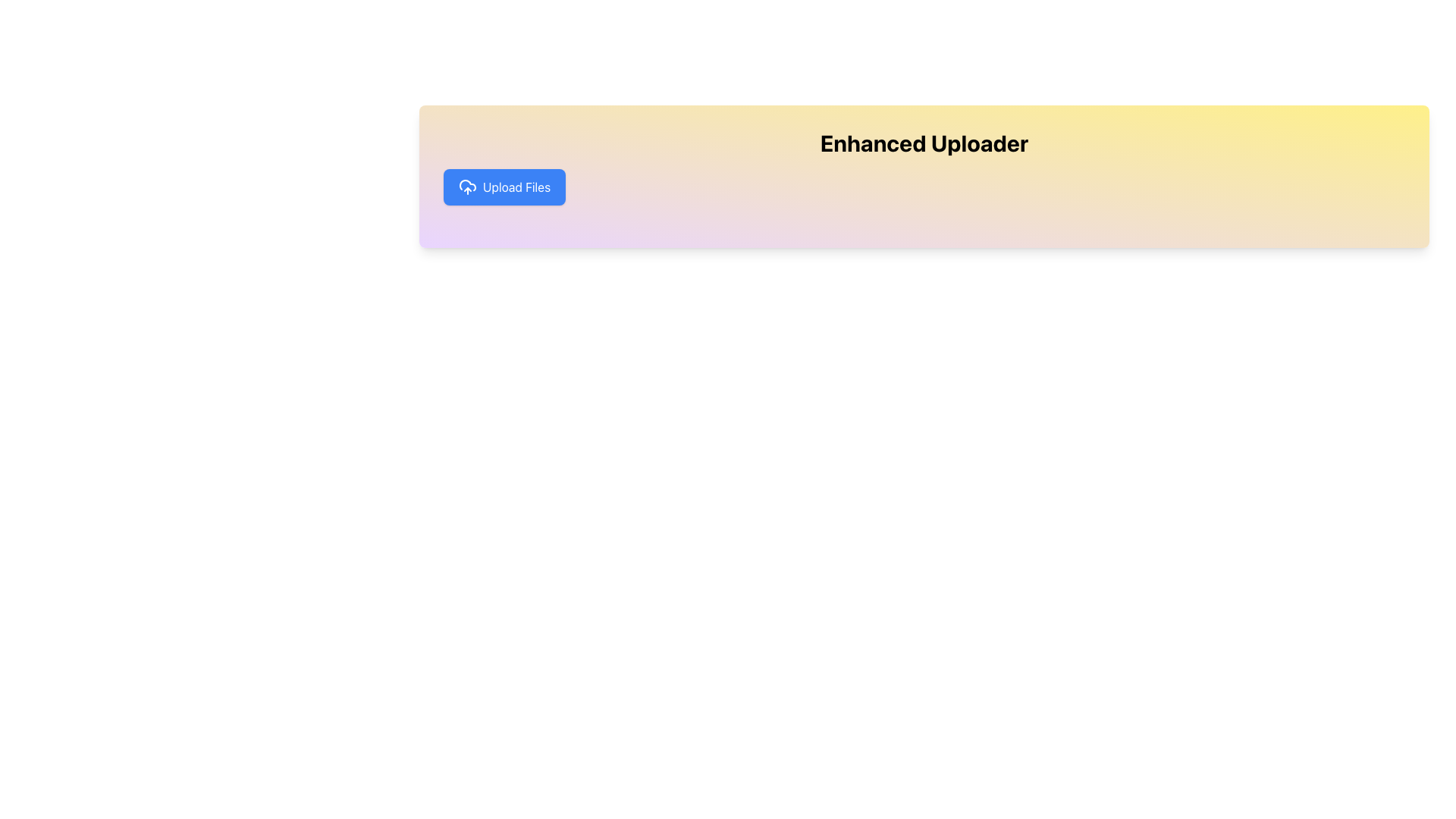 Image resolution: width=1456 pixels, height=819 pixels. I want to click on the "Upload Files" button, which is a prominent rectangular button with rounded corners and a vibrant blue background, located slightly below the text "Enhanced Uploader" in the top-left corner of the section, so click(504, 186).